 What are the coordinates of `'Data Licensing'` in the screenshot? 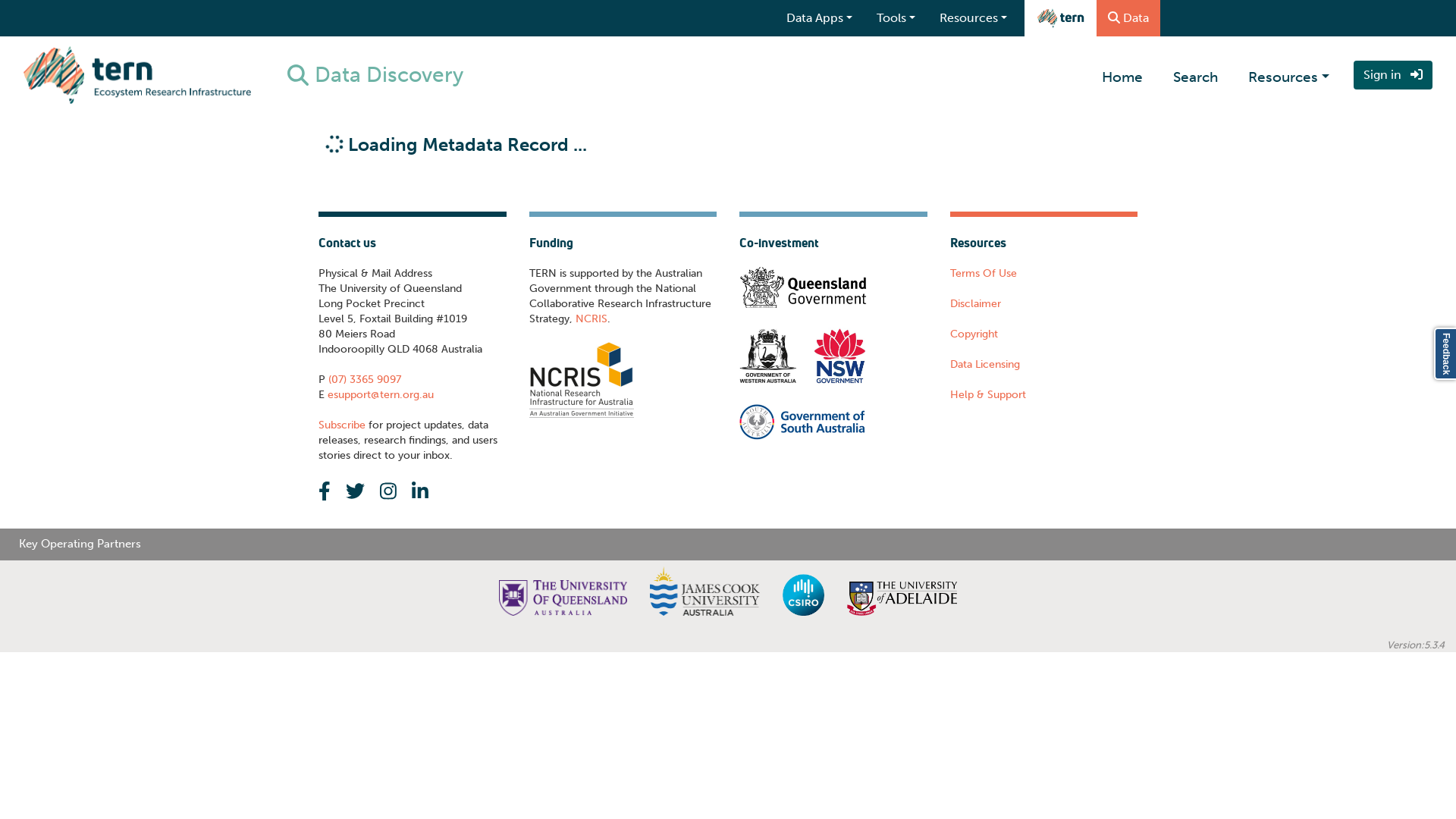 It's located at (984, 364).